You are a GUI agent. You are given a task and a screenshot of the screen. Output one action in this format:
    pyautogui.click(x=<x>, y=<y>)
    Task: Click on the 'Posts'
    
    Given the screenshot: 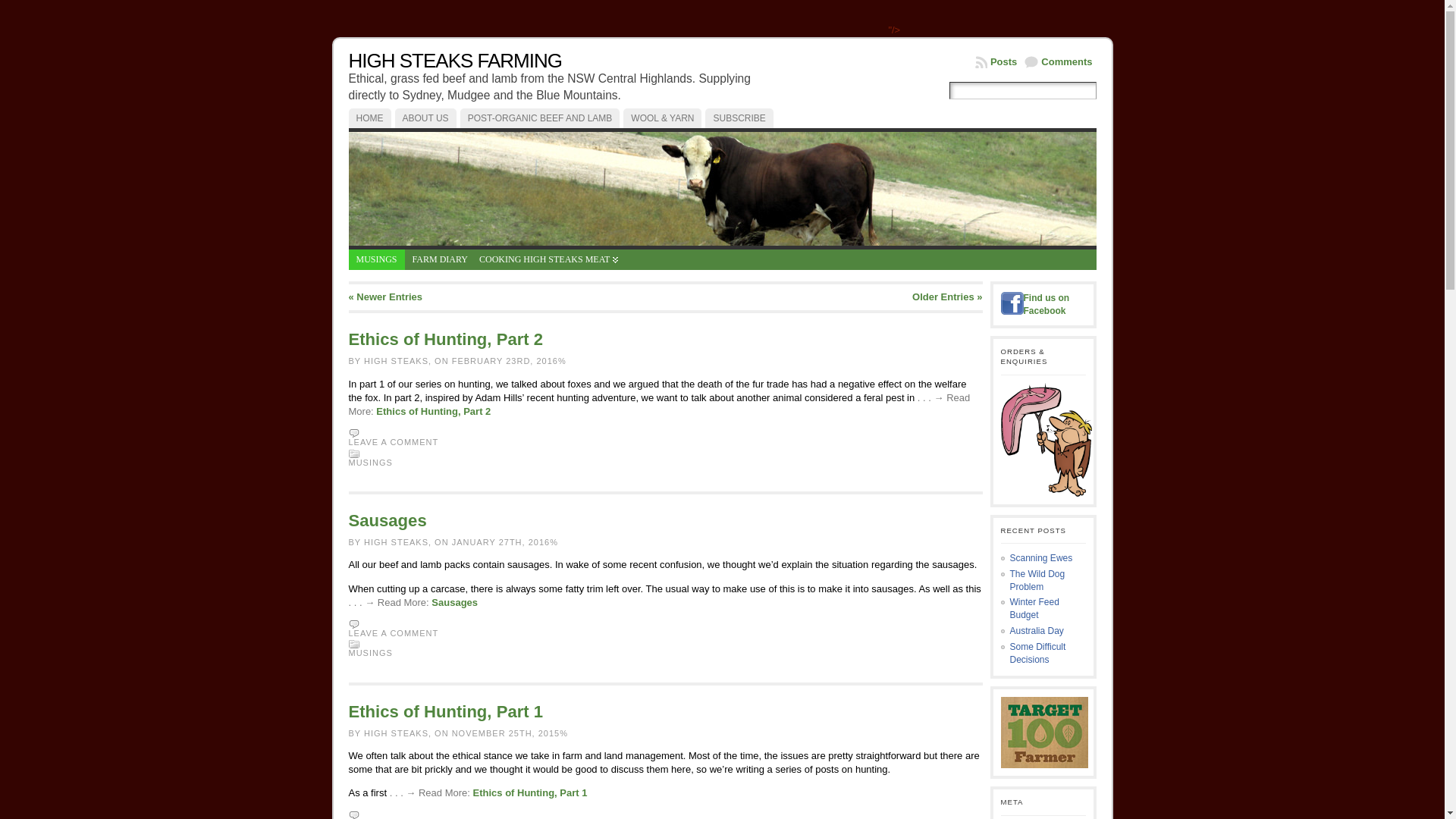 What is the action you would take?
    pyautogui.click(x=996, y=61)
    